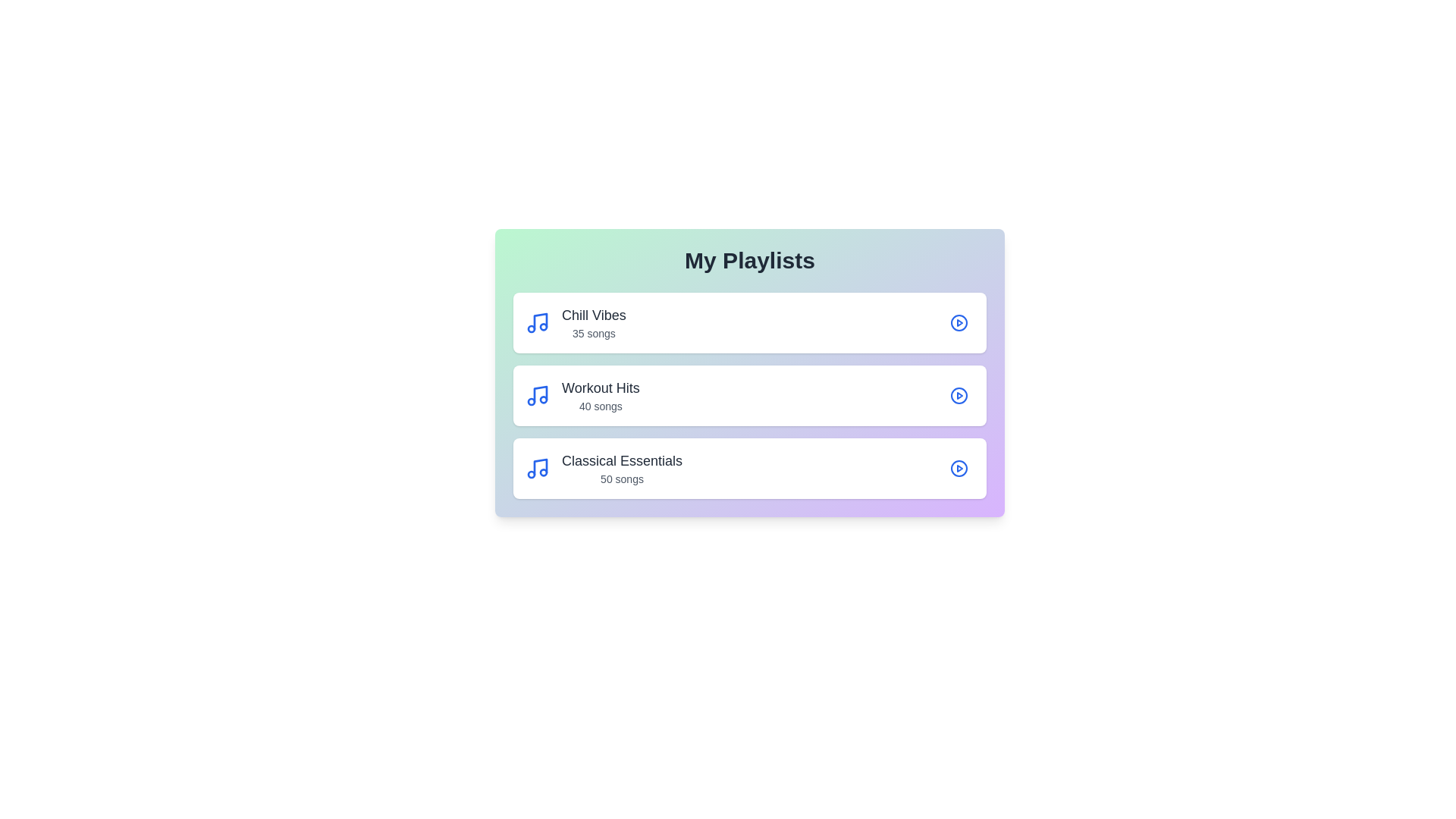  What do you see at coordinates (749, 394) in the screenshot?
I see `the playlist 'Workout Hits' to view its details` at bounding box center [749, 394].